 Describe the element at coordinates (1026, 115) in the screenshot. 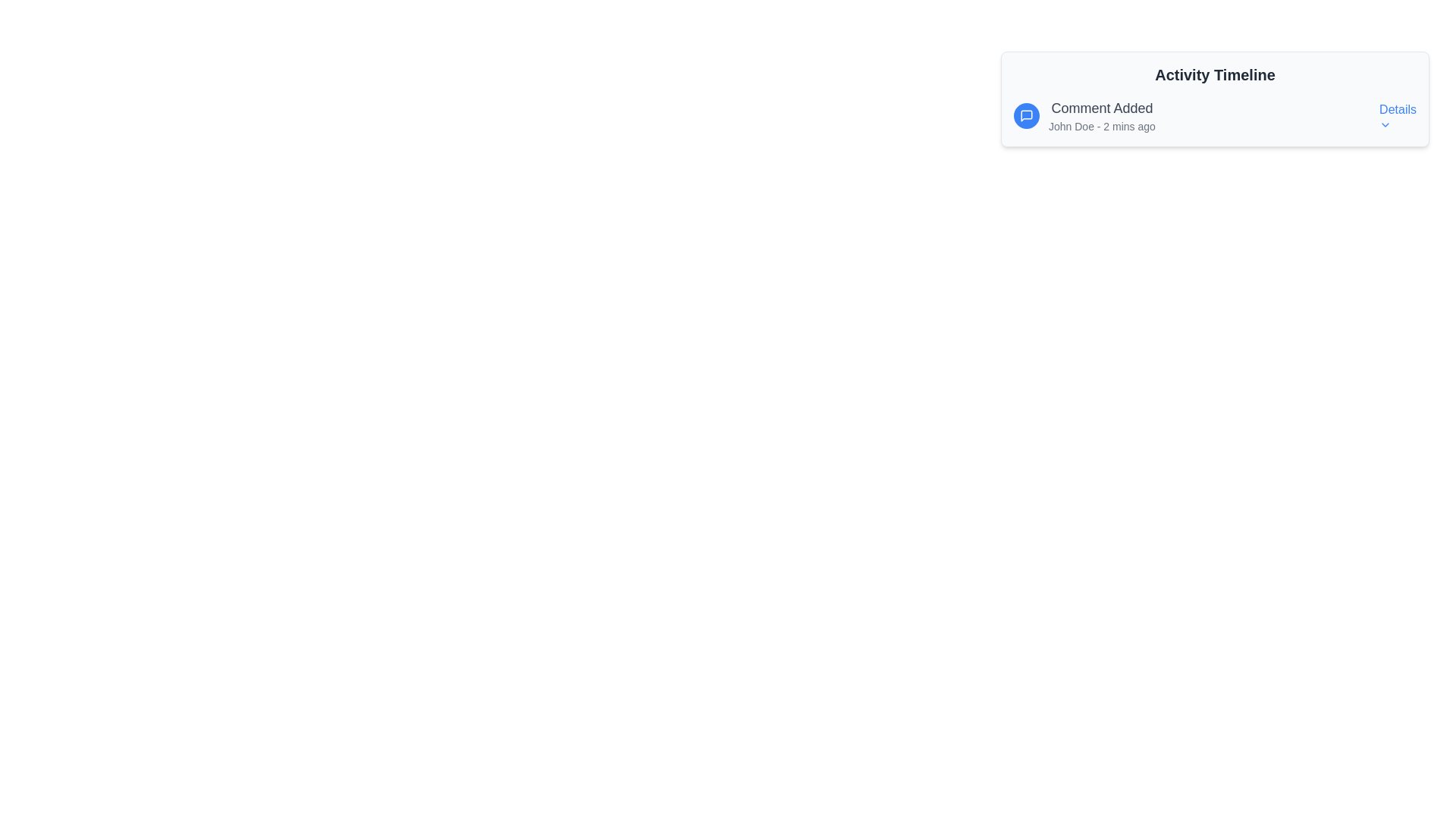

I see `the message/comment icon located inside the notification box titled 'Activity Timeline', which is to the left of the 'Comment Added' text` at that location.